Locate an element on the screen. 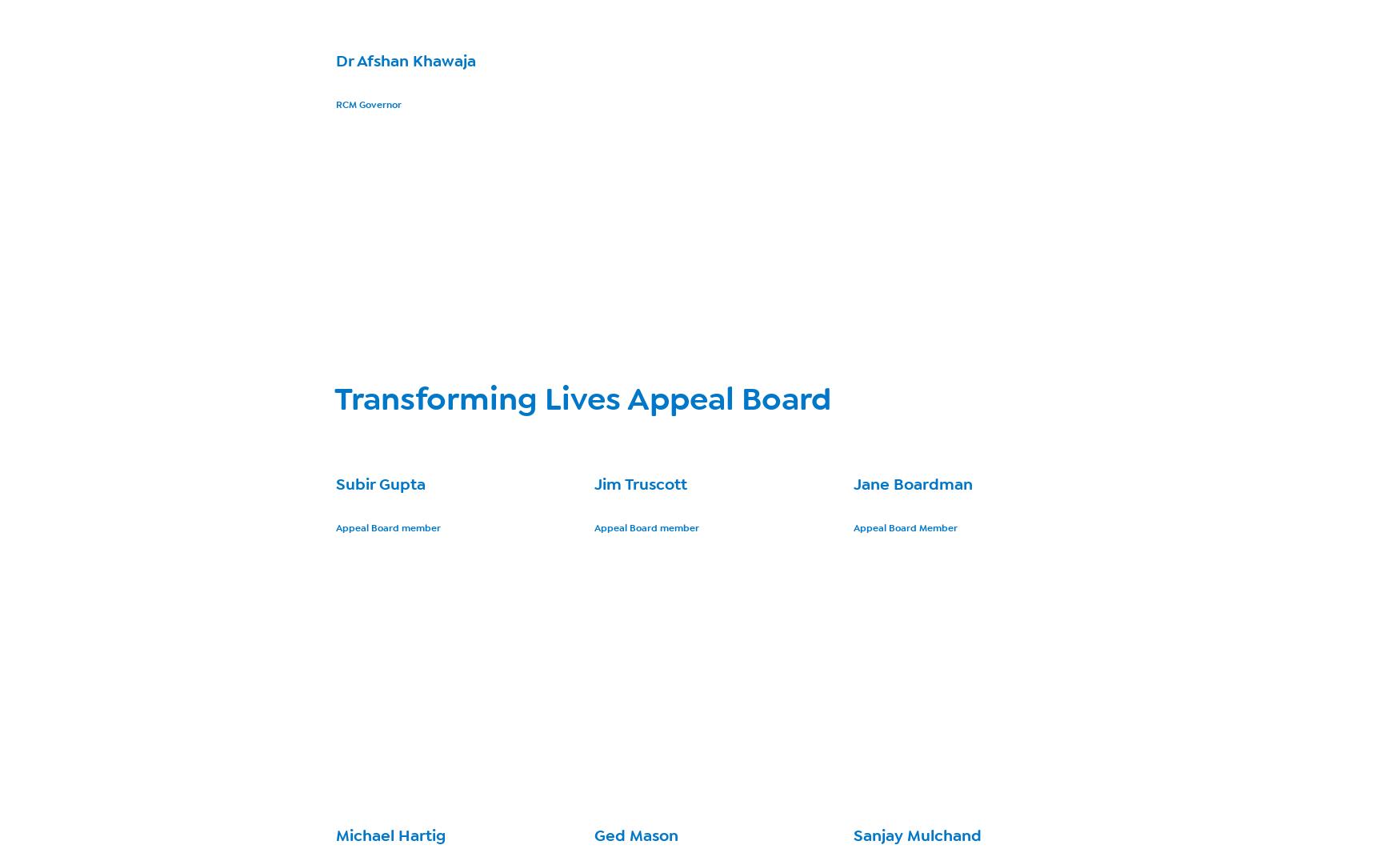 The image size is (1400, 861). 'Appeal Board Member' is located at coordinates (904, 527).